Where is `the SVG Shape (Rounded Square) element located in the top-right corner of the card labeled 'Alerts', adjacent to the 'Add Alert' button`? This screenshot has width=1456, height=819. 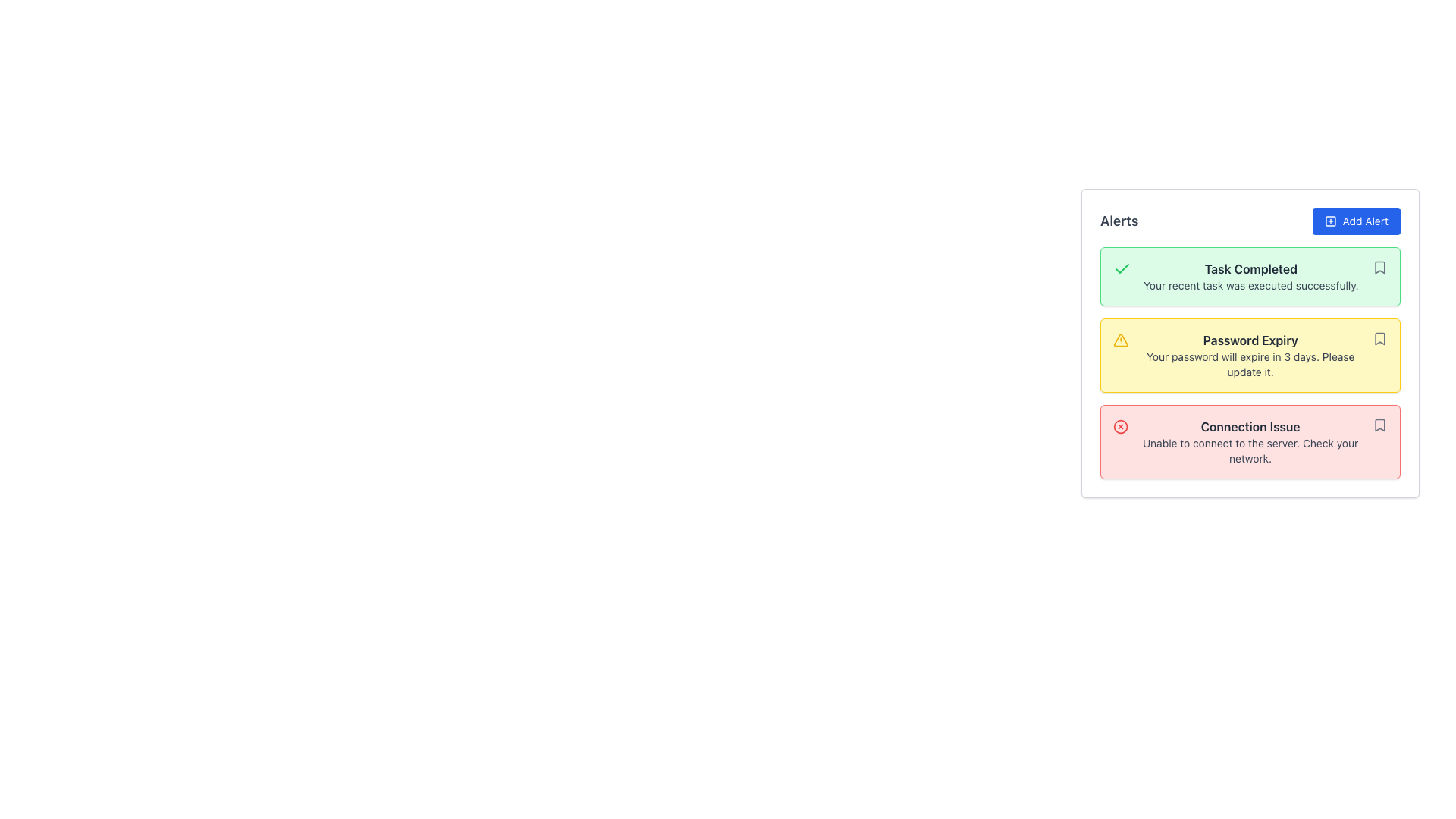
the SVG Shape (Rounded Square) element located in the top-right corner of the card labeled 'Alerts', adjacent to the 'Add Alert' button is located at coordinates (1329, 221).